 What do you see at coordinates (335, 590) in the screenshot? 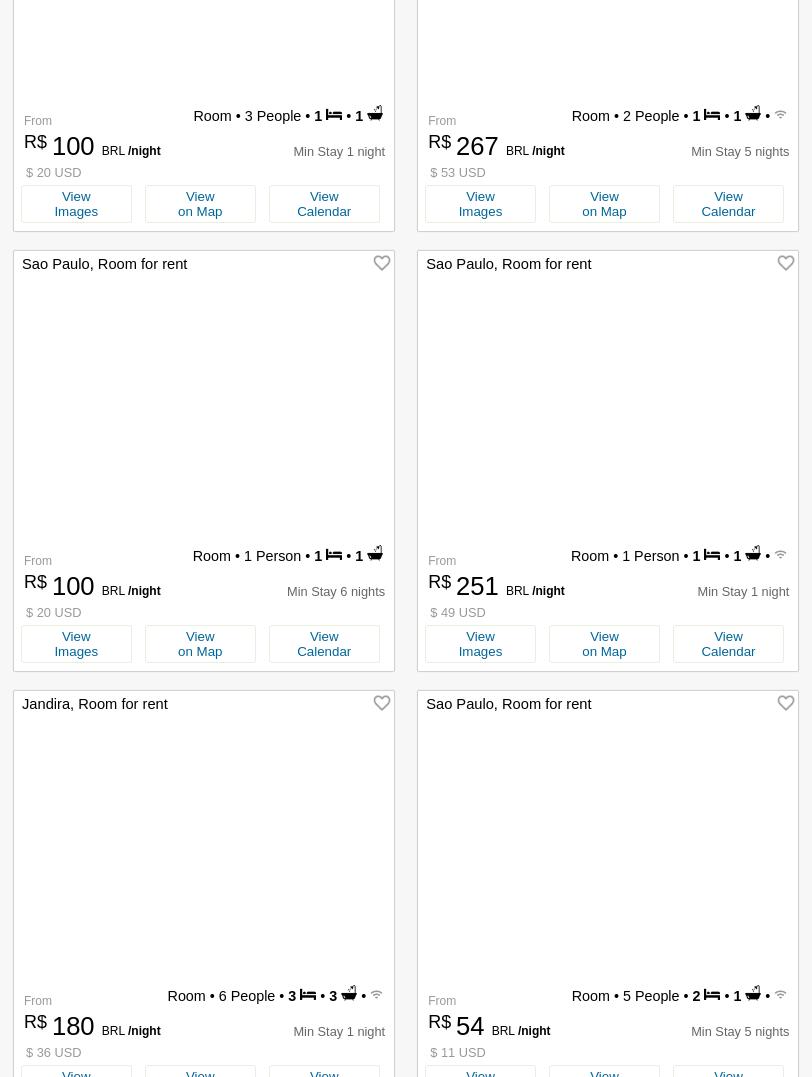
I see `'Min Stay 6 nights'` at bounding box center [335, 590].